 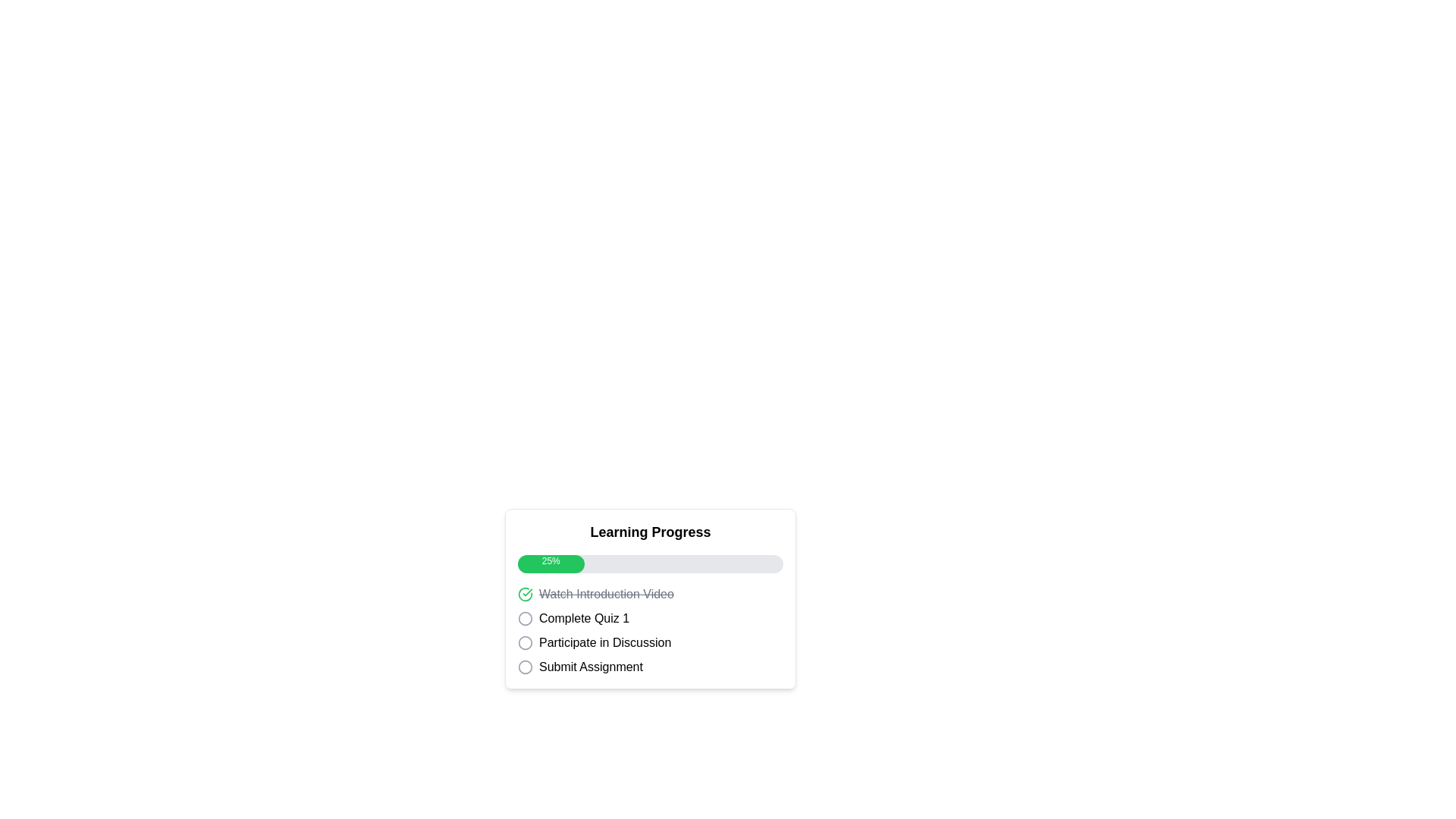 I want to click on the progress bar indicating 25% completion, which is styled with a gray background and a green filled portion, located below the 'Learning Progress' title, so click(x=651, y=564).